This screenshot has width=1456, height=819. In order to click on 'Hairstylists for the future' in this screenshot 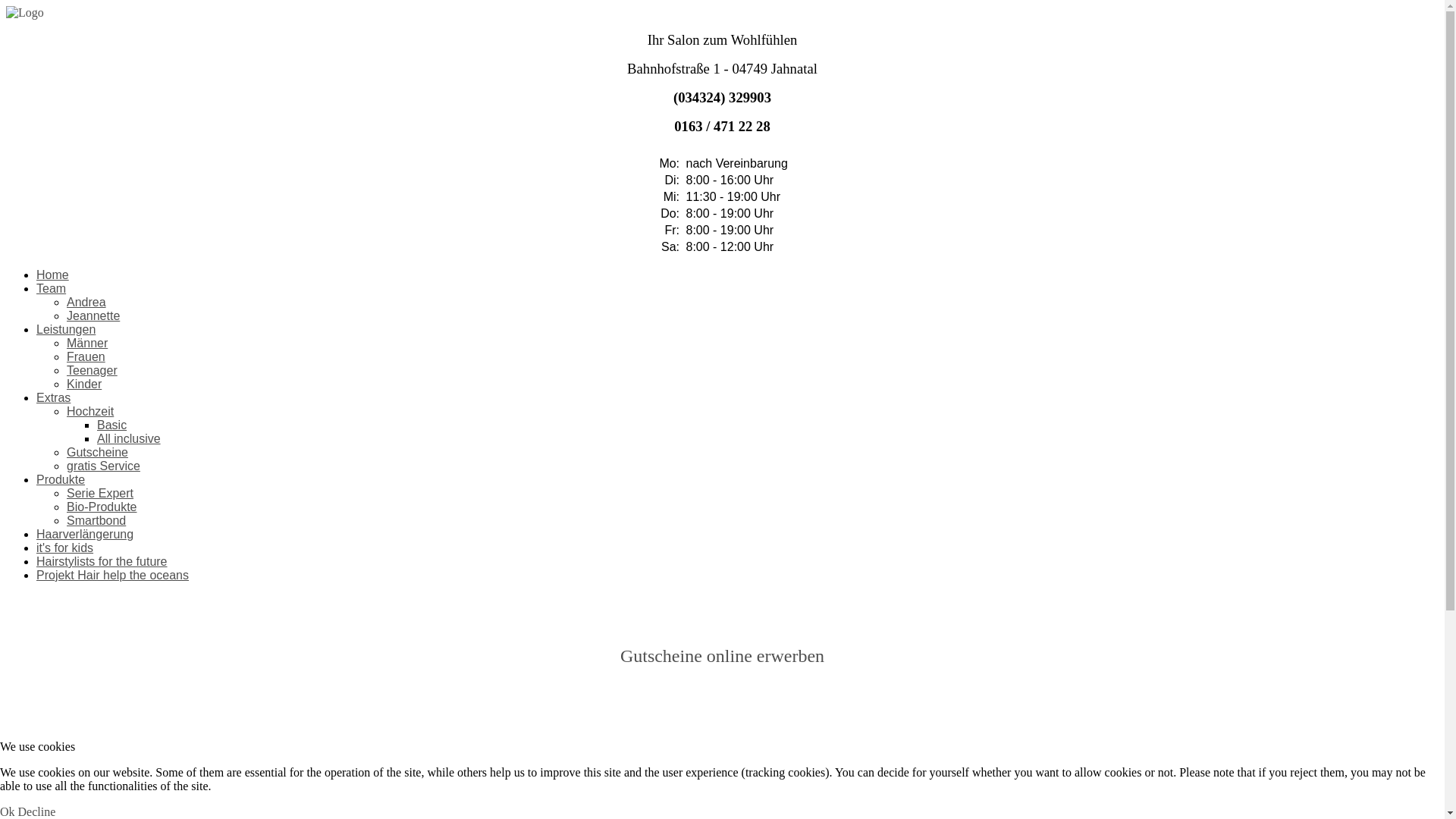, I will do `click(101, 561)`.